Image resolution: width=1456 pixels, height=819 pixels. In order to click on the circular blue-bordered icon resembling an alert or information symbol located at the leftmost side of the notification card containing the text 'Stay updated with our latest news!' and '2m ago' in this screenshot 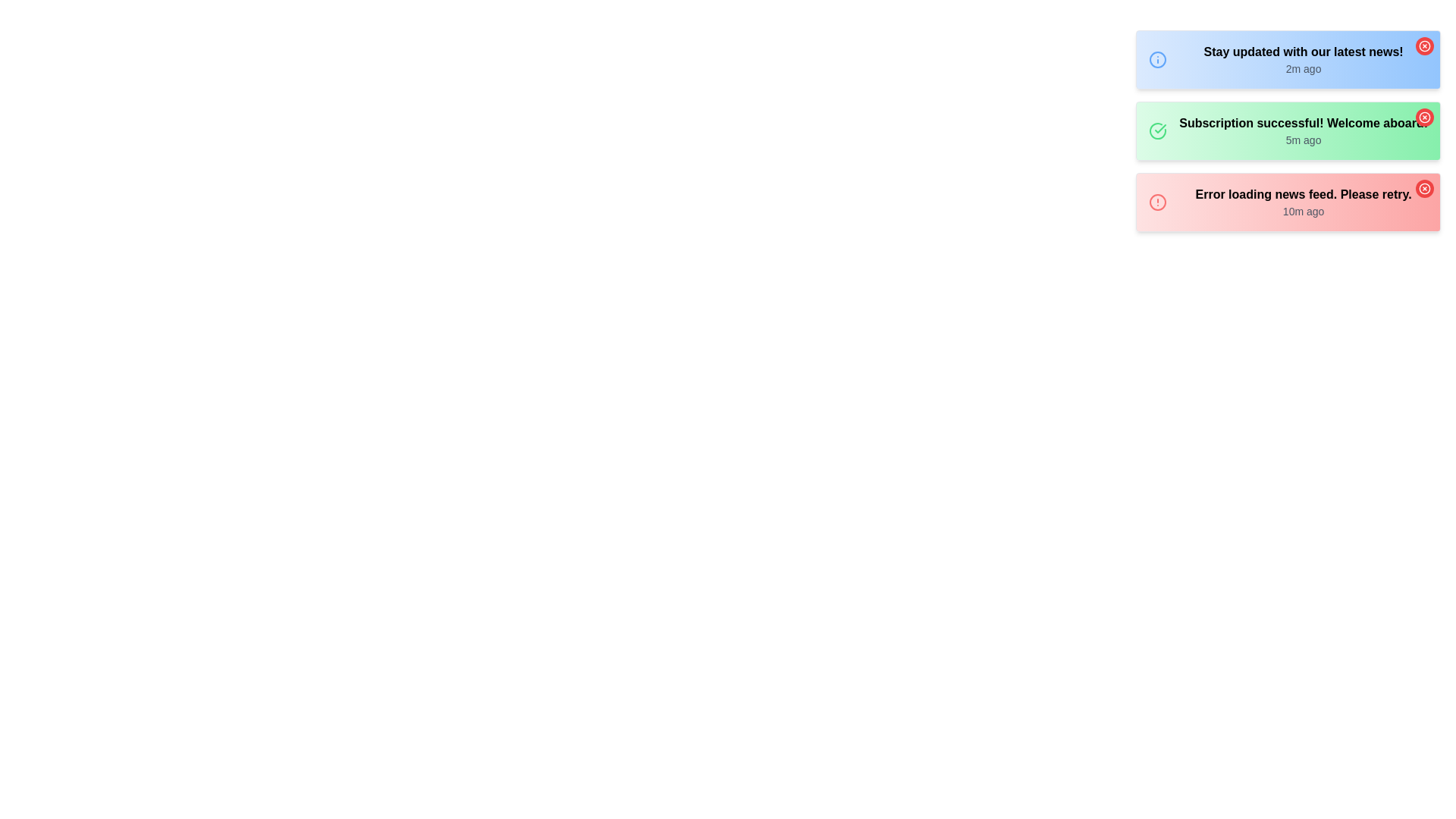, I will do `click(1157, 58)`.